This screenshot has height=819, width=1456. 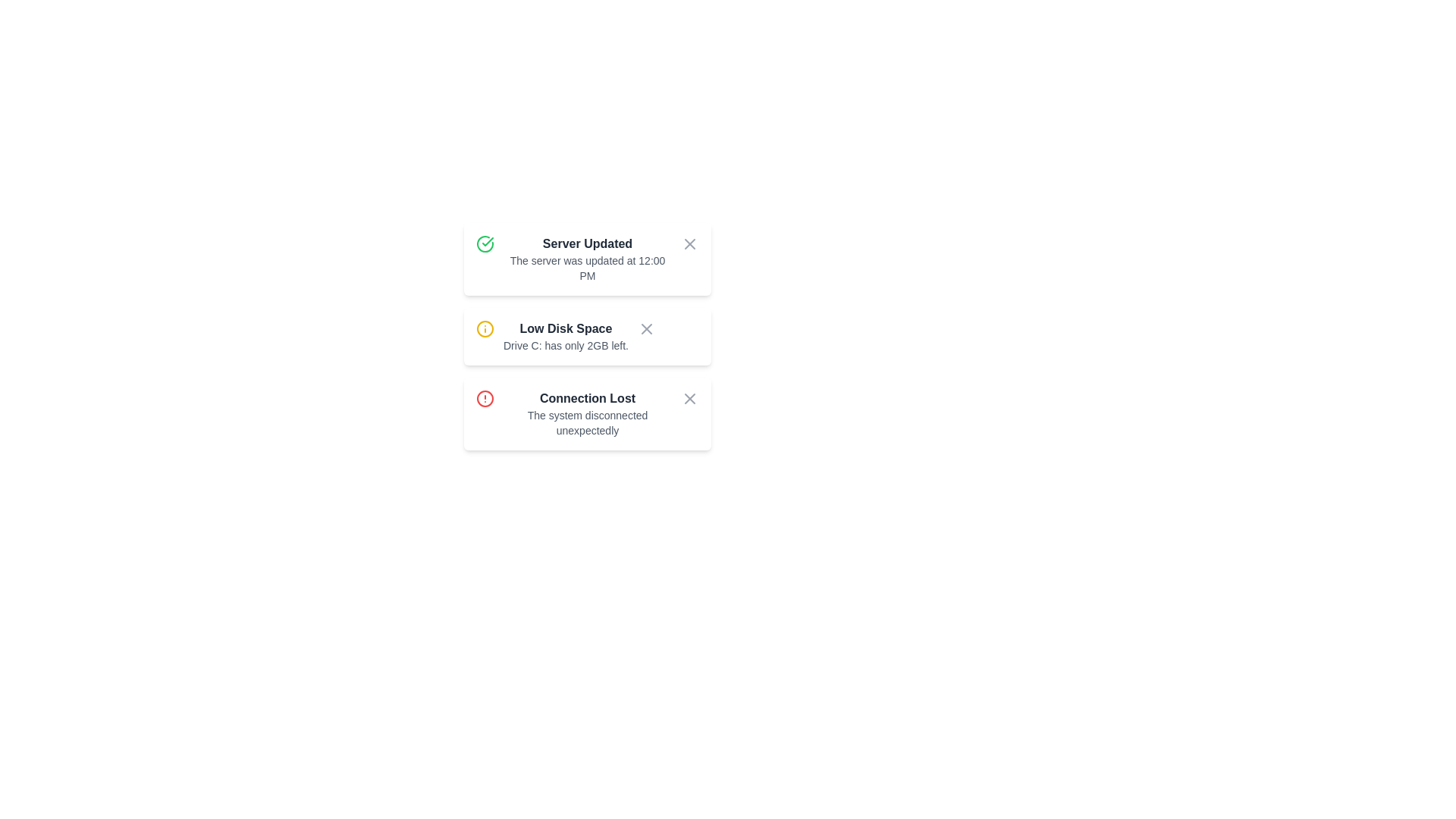 What do you see at coordinates (586, 414) in the screenshot?
I see `the notification card indicating a lost connection, which is positioned centrally in the lower part of the notification stack` at bounding box center [586, 414].